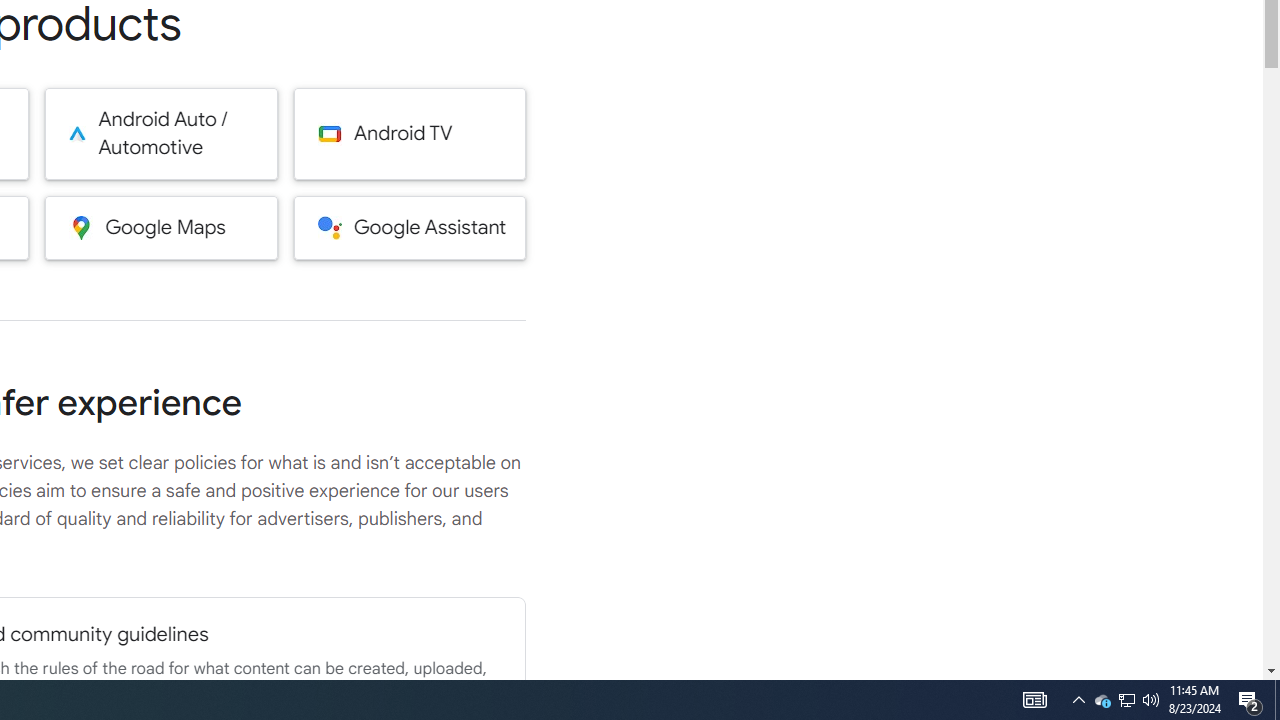 The width and height of the screenshot is (1280, 720). Describe the element at coordinates (161, 133) in the screenshot. I see `'Android Auto / Automotive'` at that location.